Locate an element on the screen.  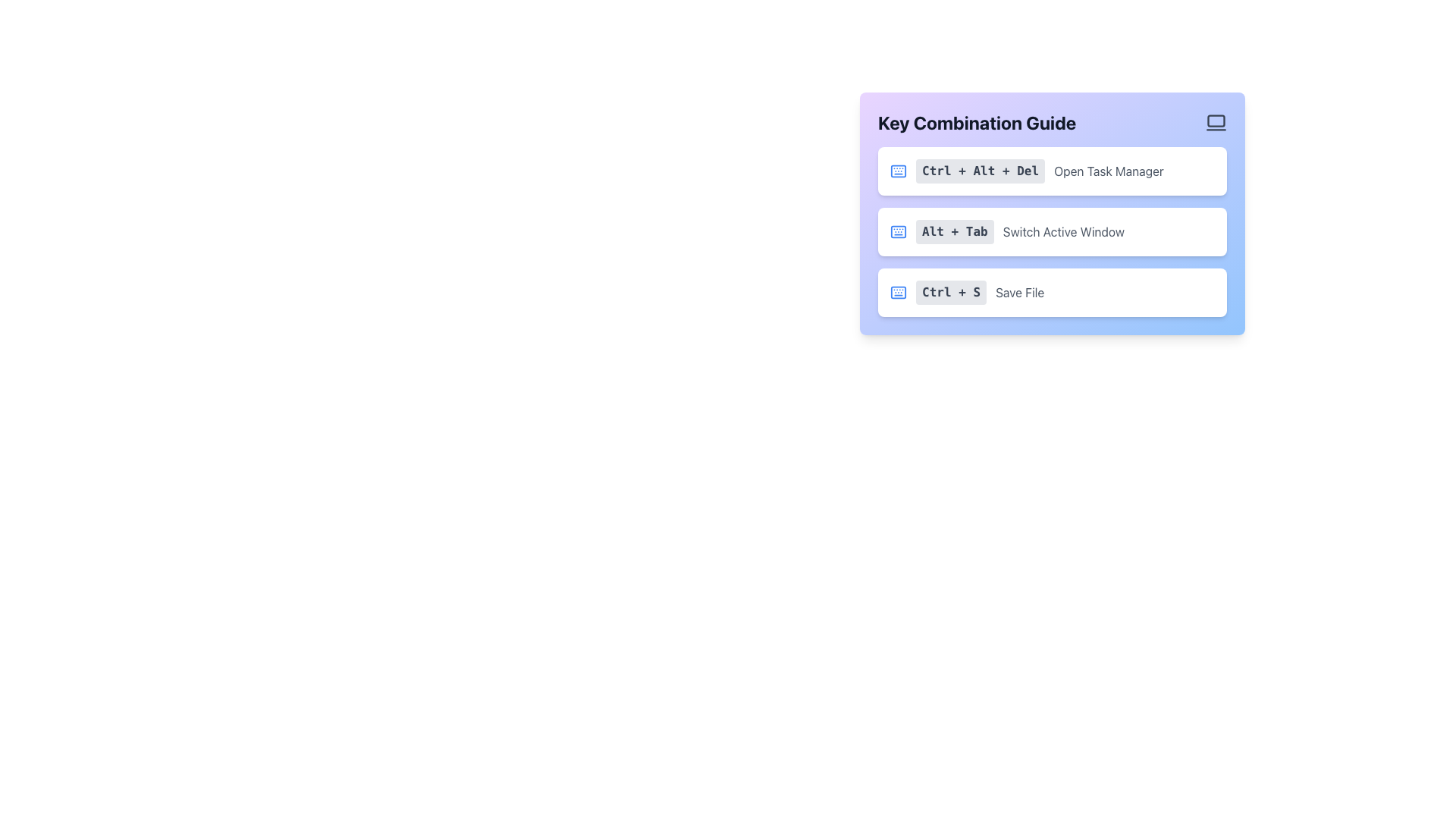
the static display Label showing the keyboard shortcut 'Ctrl + Alt + Del', located at the top-left corner of the 'Key Combination Guide' box is located at coordinates (981, 171).